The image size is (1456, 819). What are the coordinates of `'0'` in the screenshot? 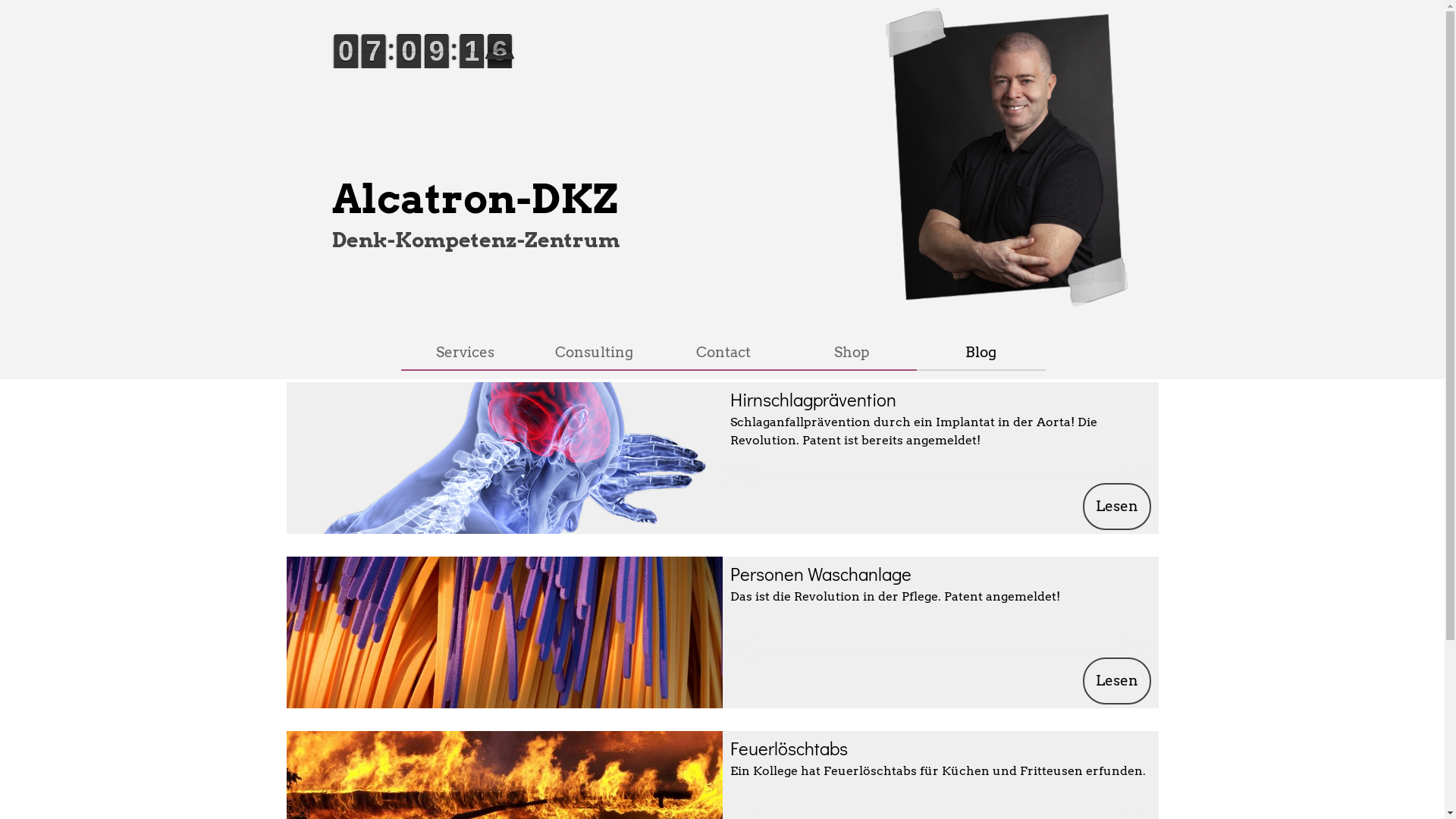 It's located at (481, 69).